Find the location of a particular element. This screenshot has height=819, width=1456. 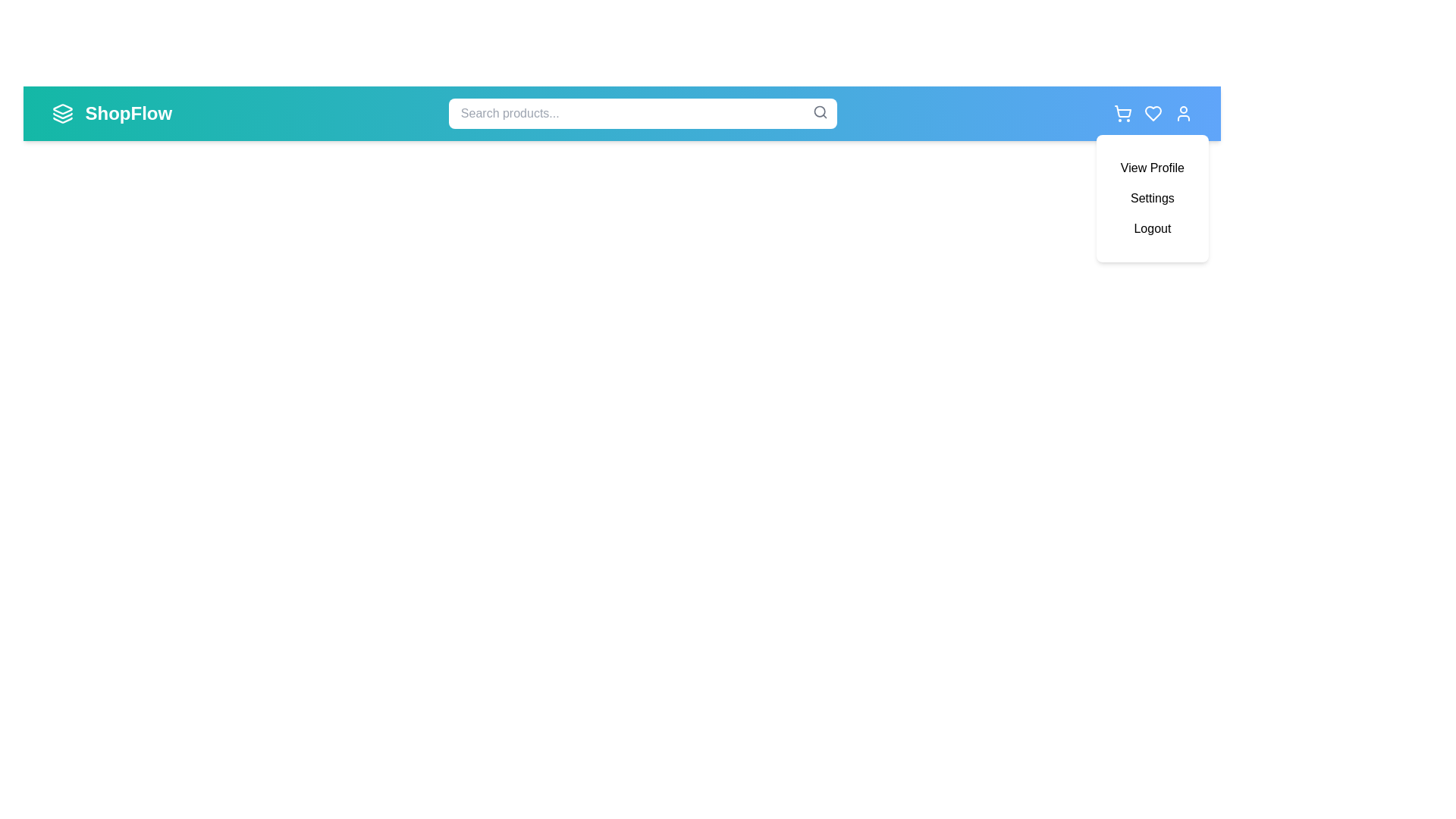

the 'View Profile' option in the dropdown menu is located at coordinates (1152, 168).